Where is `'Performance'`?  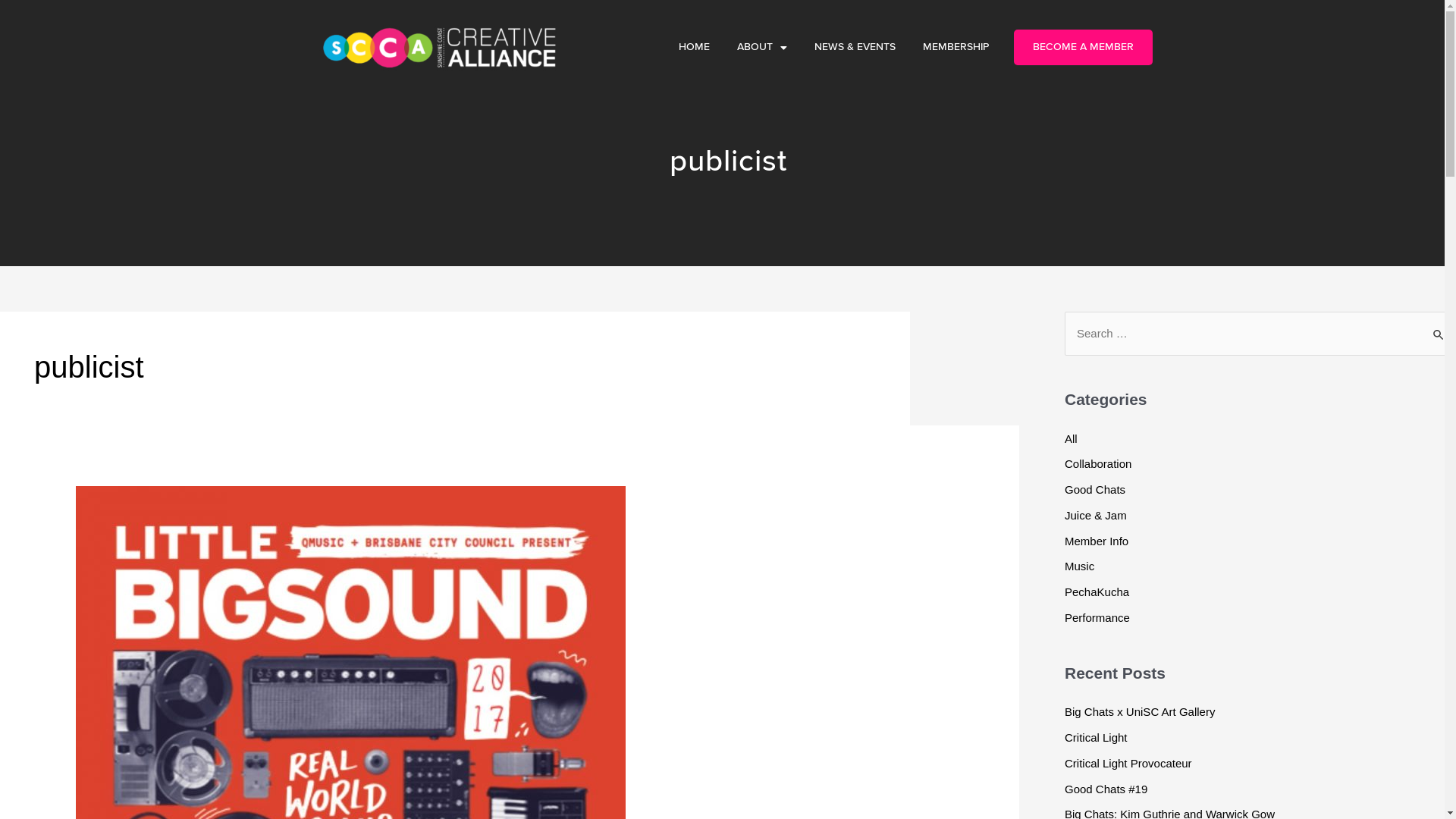 'Performance' is located at coordinates (1097, 617).